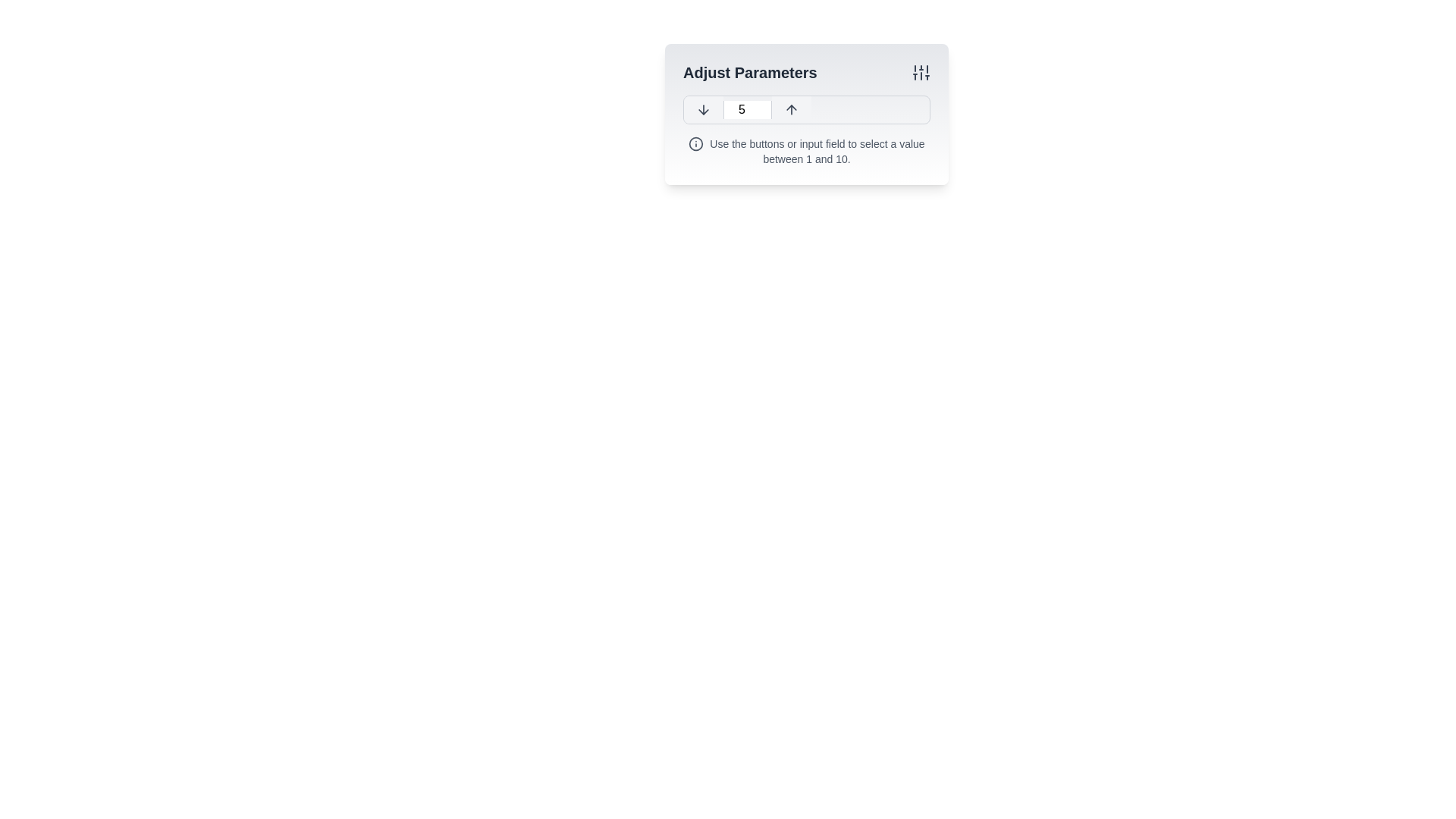 This screenshot has height=819, width=1456. I want to click on the increment arrow button icon located on the right side of the control panel to potentially reveal more details or states, so click(790, 109).